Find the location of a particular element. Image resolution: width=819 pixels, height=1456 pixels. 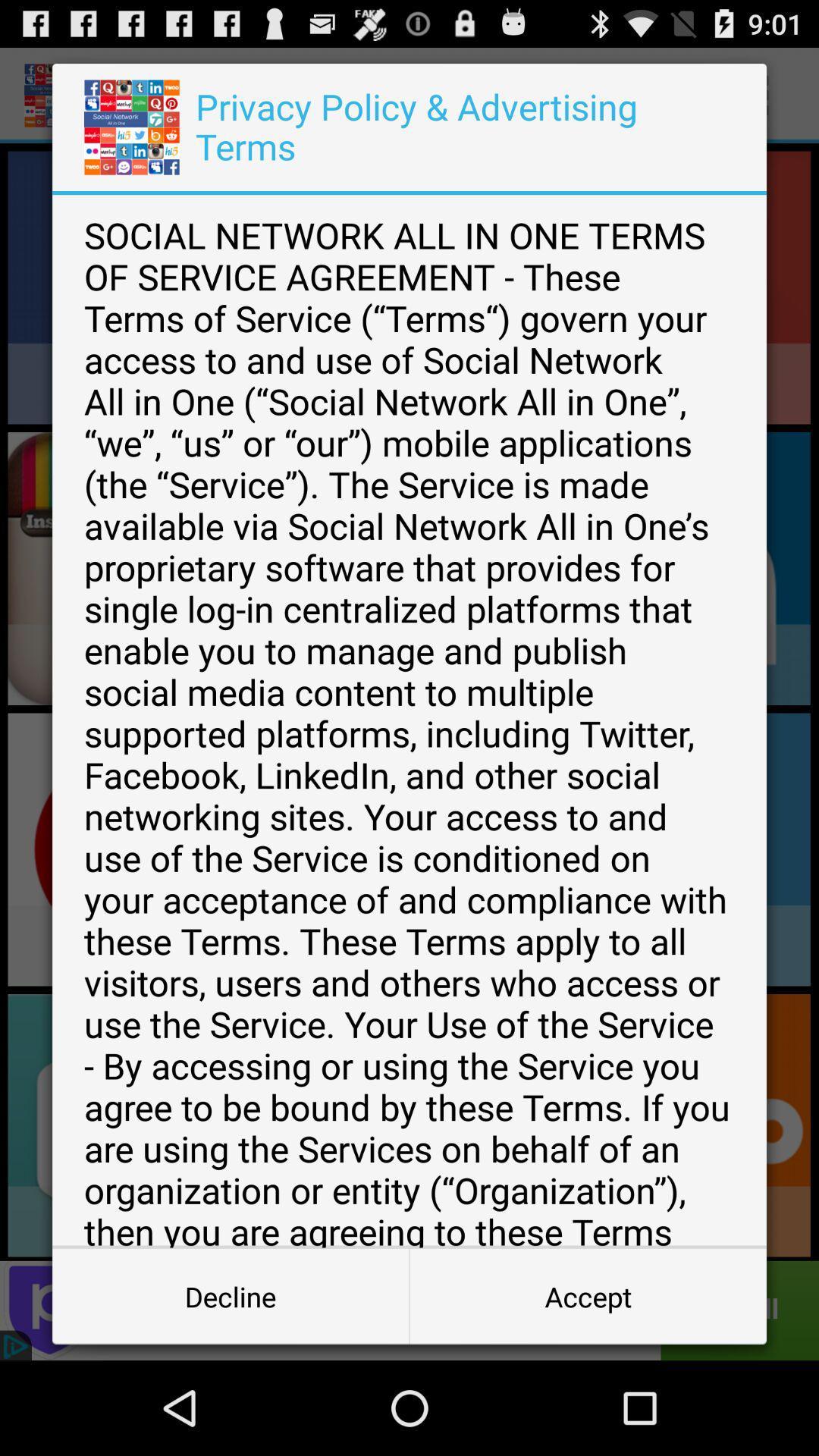

the app below the social network all icon is located at coordinates (231, 1295).